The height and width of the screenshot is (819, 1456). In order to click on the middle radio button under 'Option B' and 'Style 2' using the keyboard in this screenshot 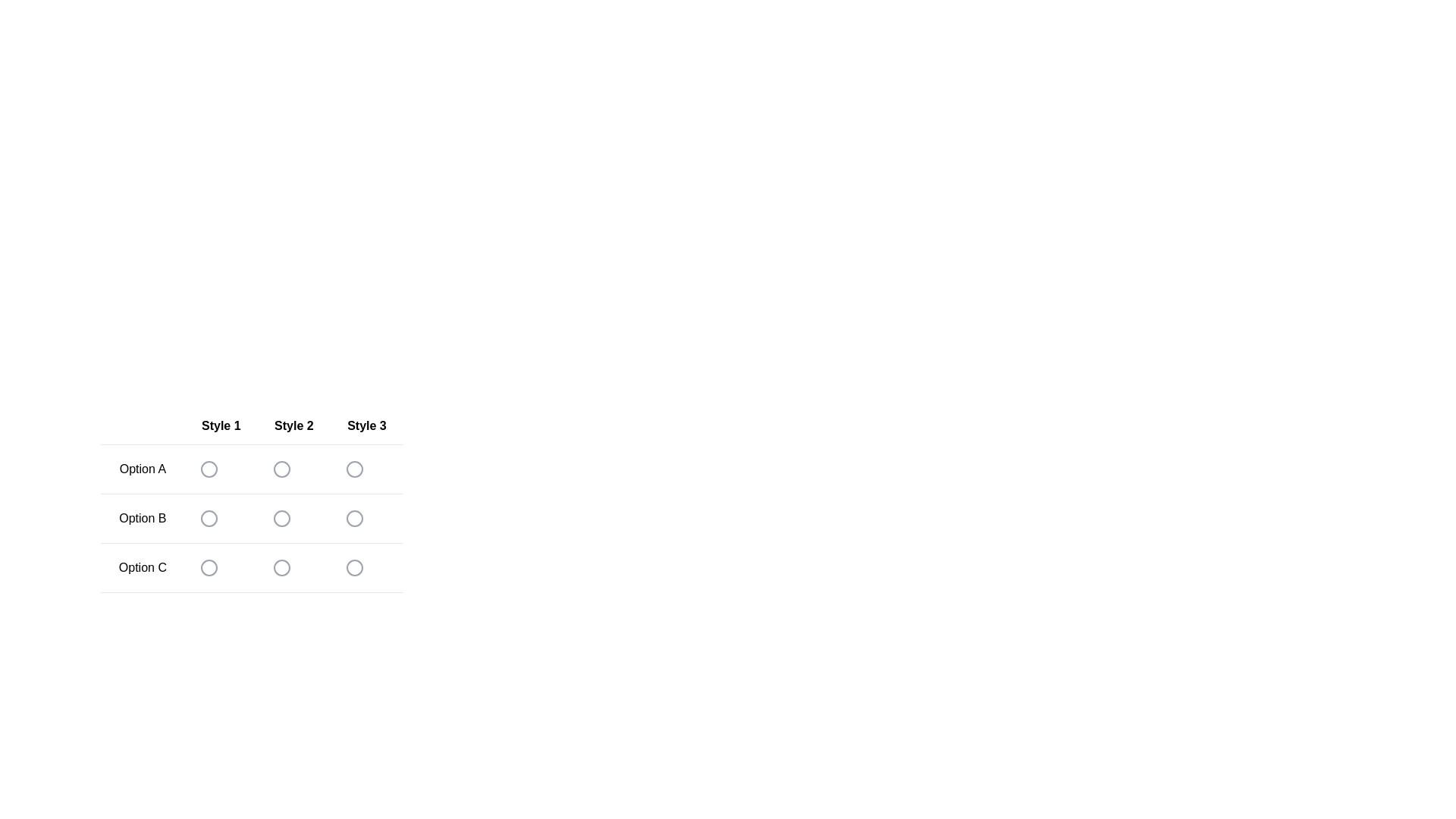, I will do `click(252, 500)`.